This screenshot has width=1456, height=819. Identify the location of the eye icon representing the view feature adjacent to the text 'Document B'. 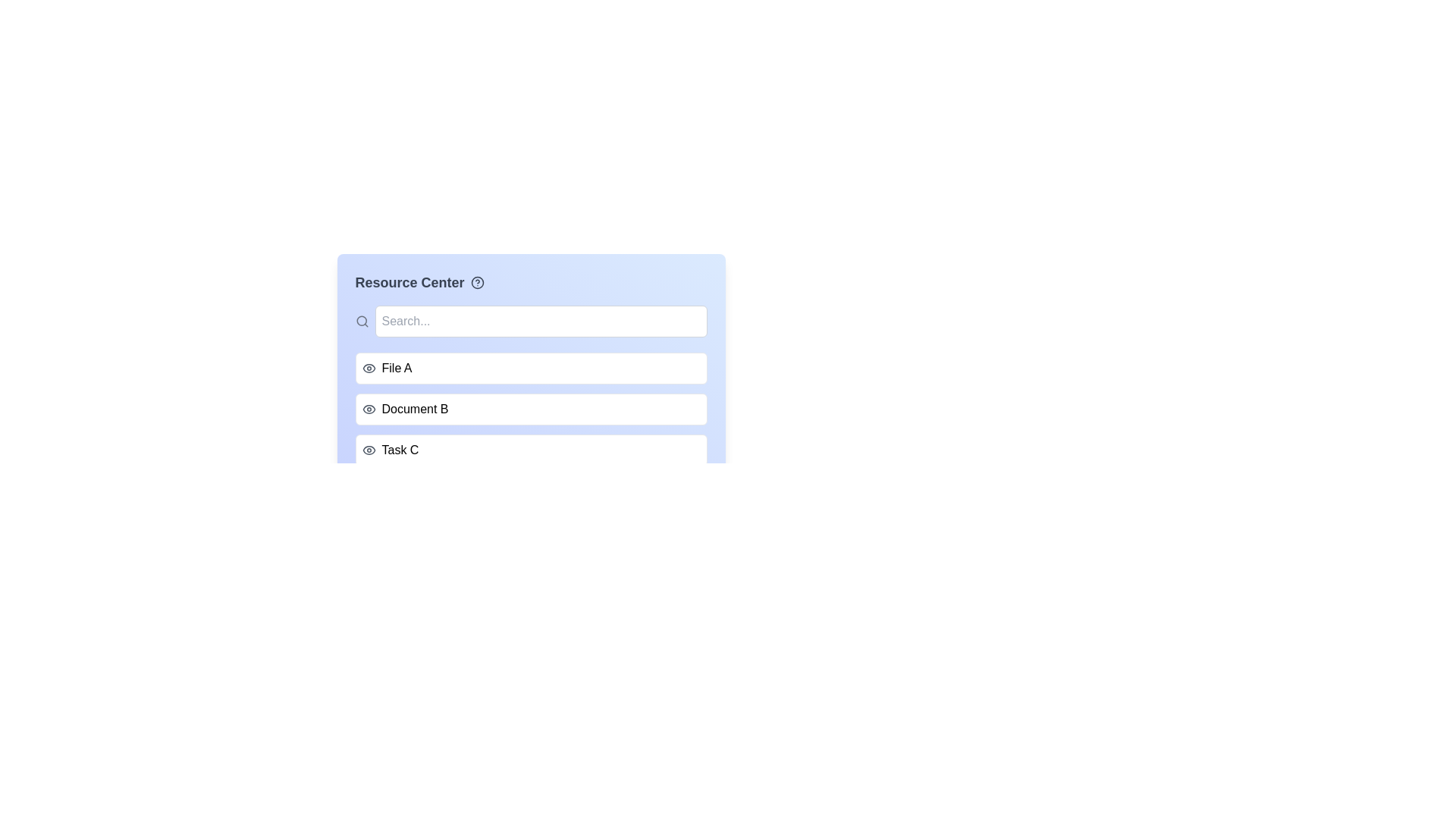
(369, 409).